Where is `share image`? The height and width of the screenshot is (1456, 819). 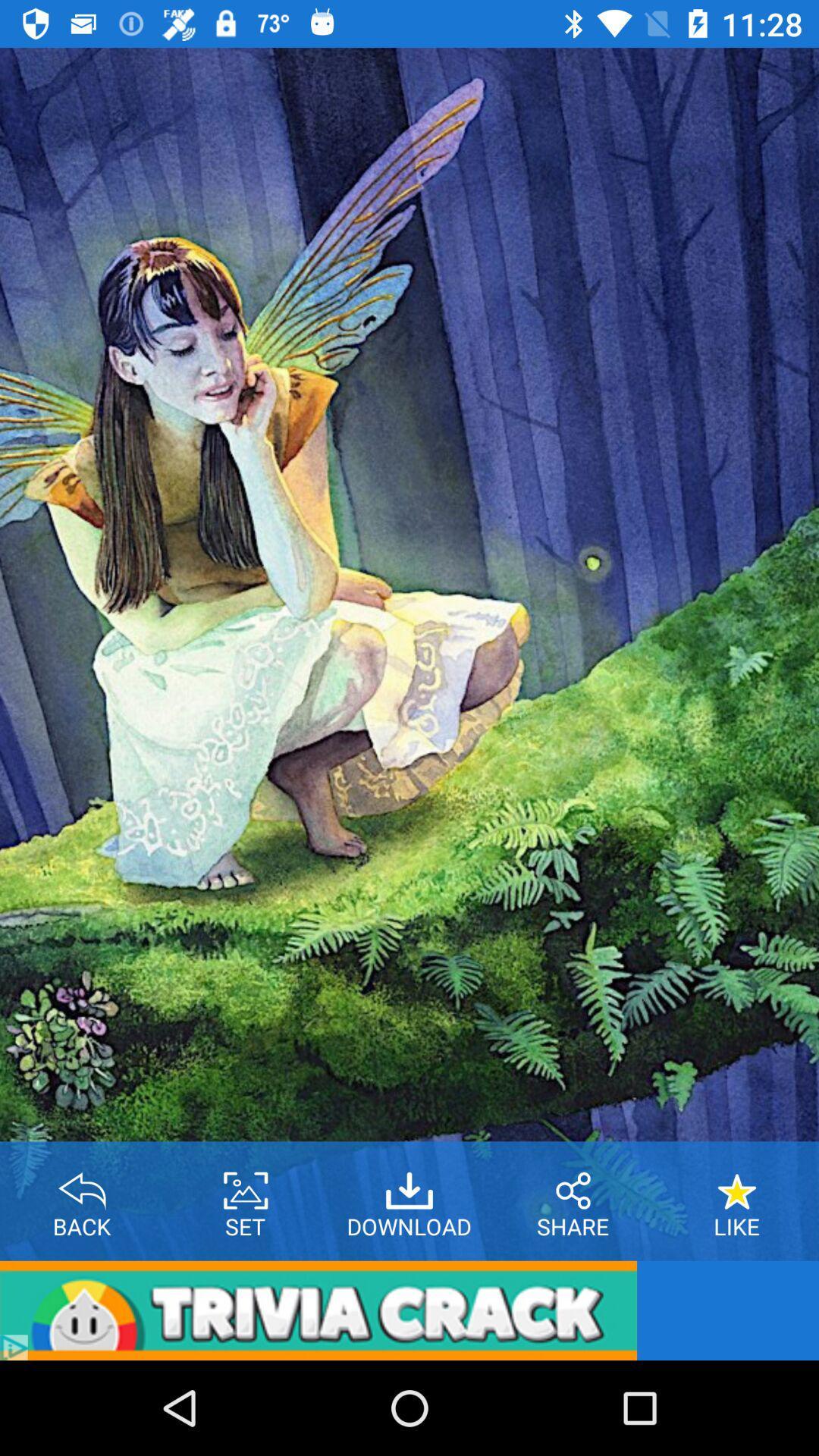
share image is located at coordinates (573, 1185).